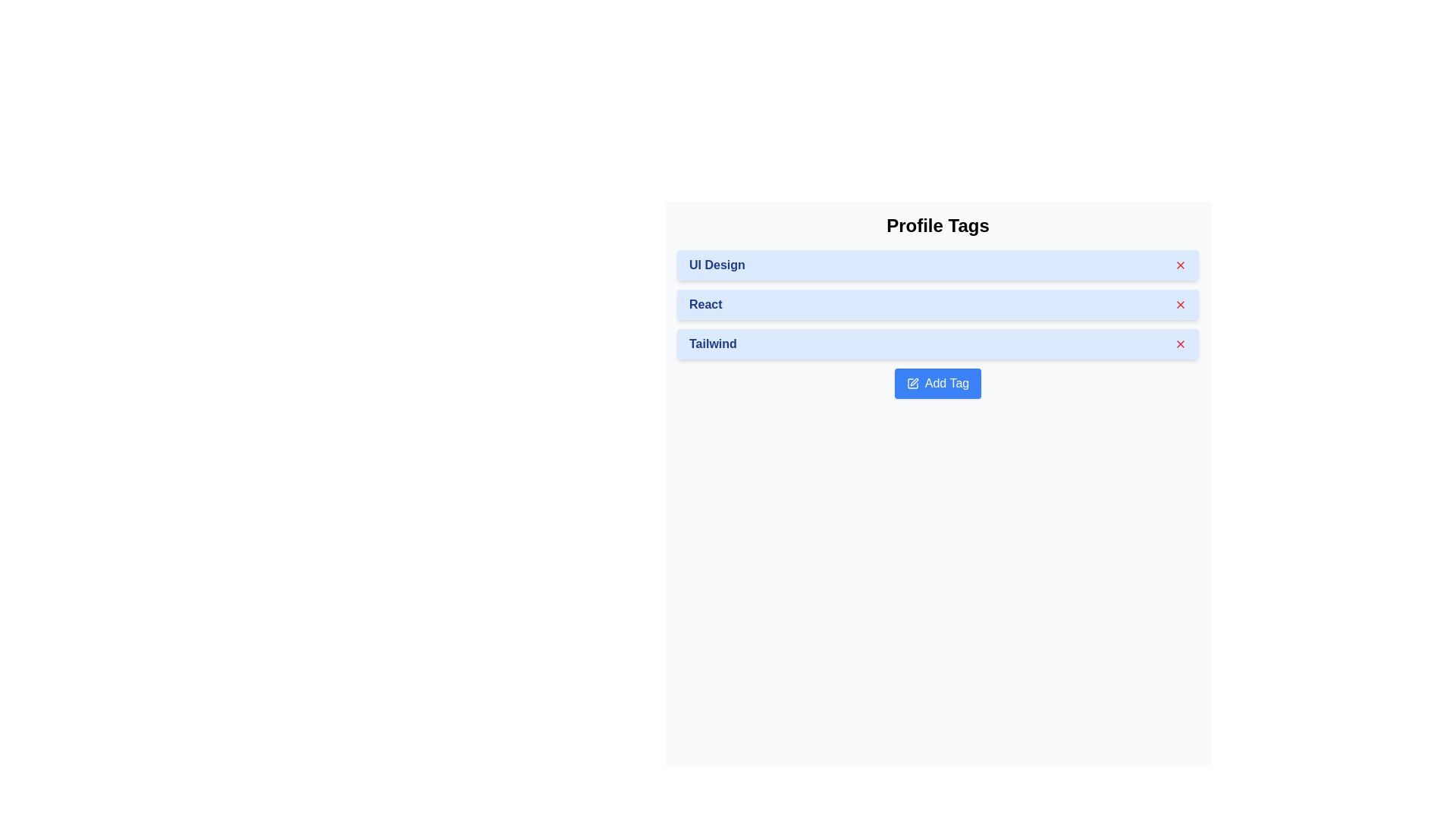 This screenshot has height=819, width=1456. What do you see at coordinates (937, 324) in the screenshot?
I see `the bold, blue 'React' tag in the 'Profile Tags' section` at bounding box center [937, 324].